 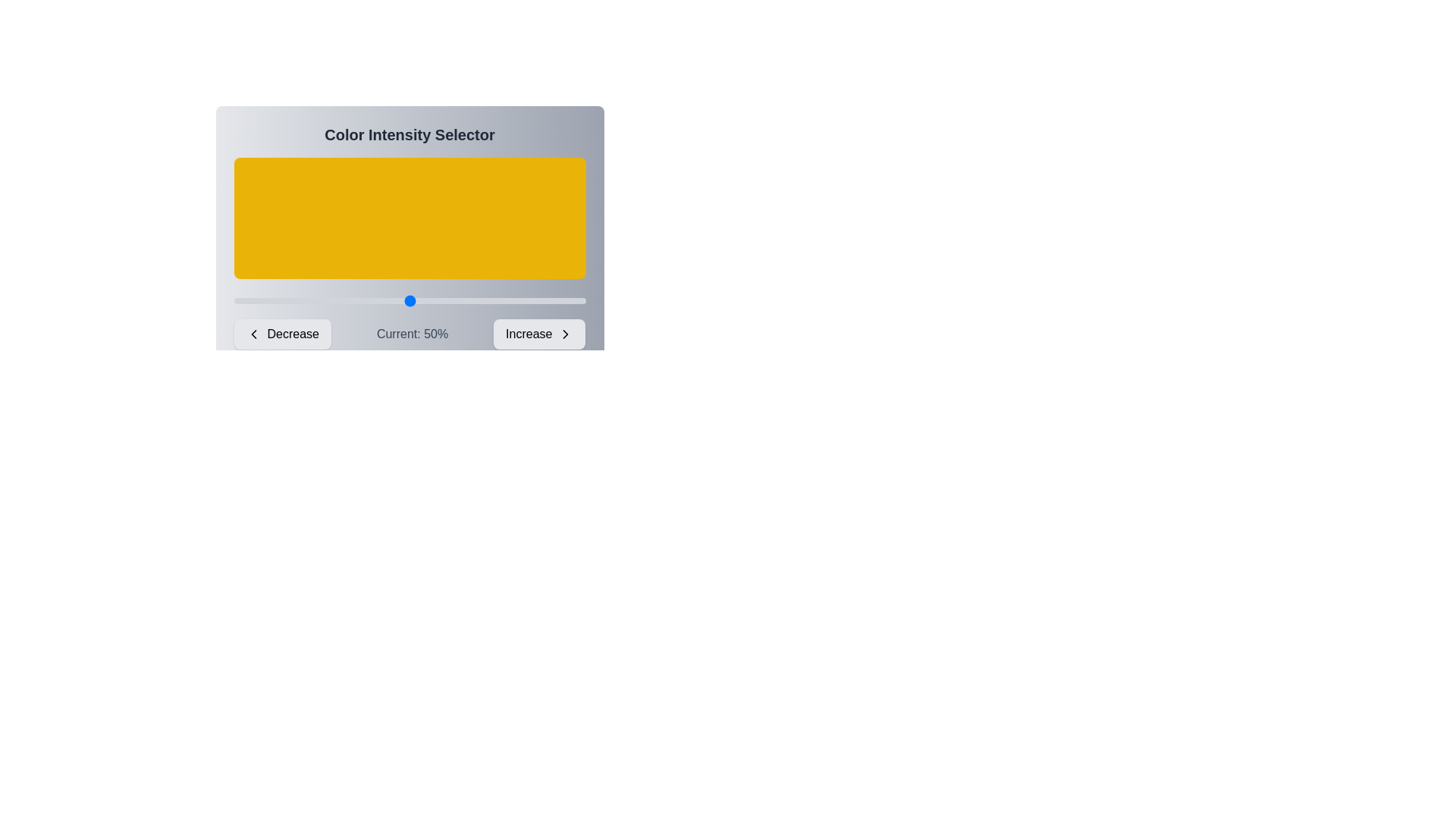 I want to click on the leftmost button in the group of three elements (Decrease, Current: 50%, Increase) located at the bottom of the interface to decrease the value, so click(x=282, y=333).